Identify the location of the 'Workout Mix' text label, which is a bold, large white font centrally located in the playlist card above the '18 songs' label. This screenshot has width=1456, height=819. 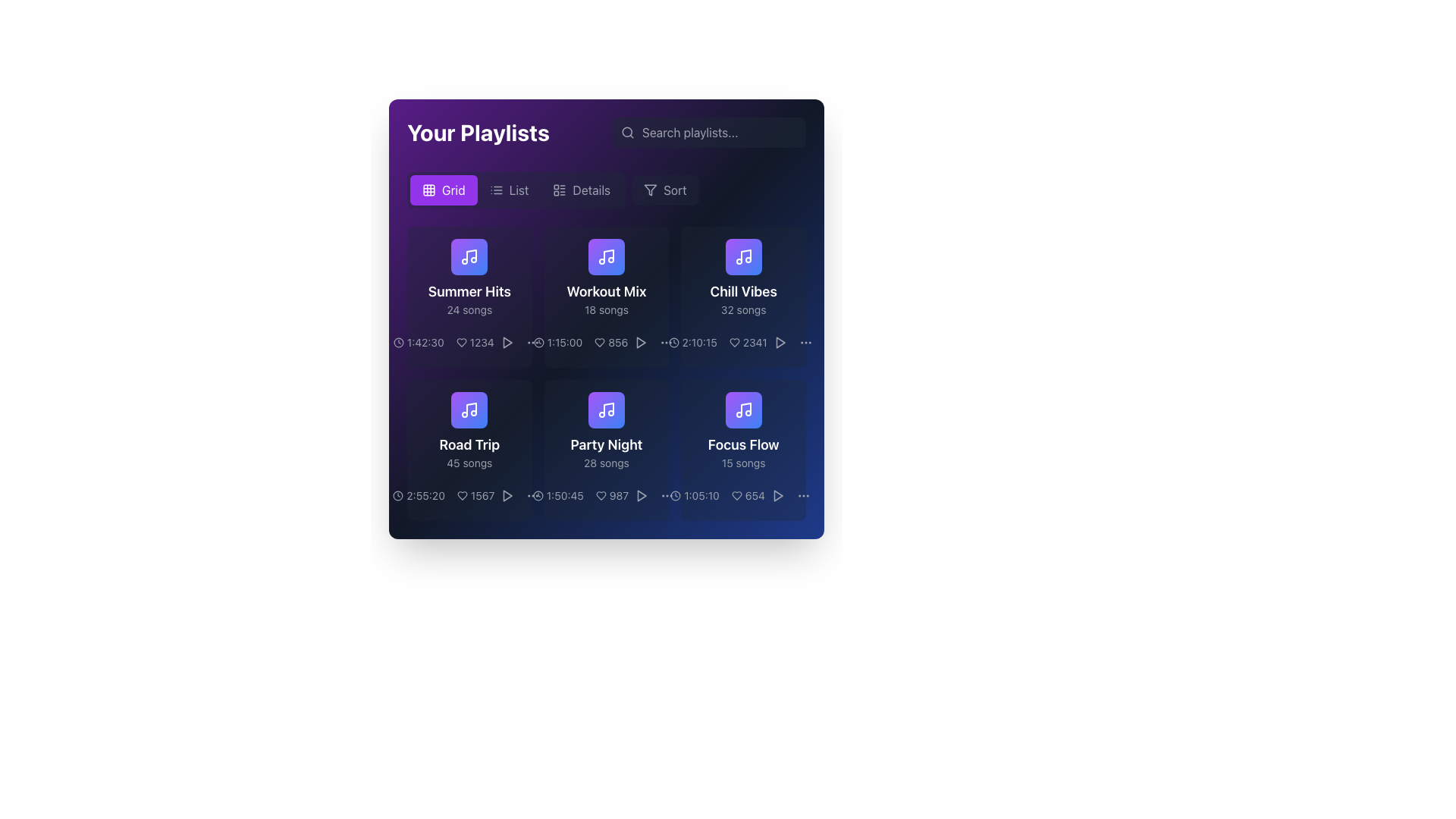
(607, 292).